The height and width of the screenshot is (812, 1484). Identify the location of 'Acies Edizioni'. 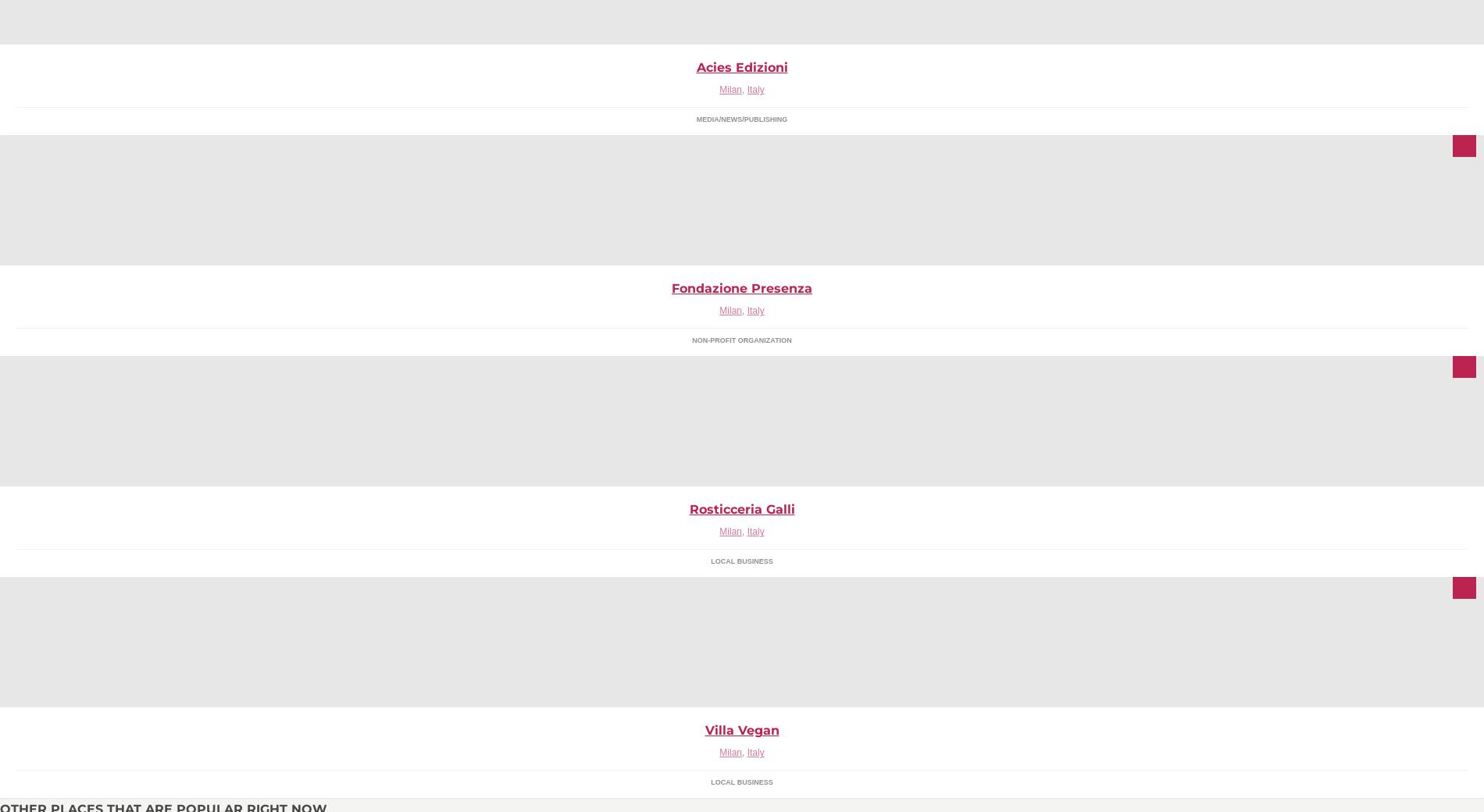
(740, 66).